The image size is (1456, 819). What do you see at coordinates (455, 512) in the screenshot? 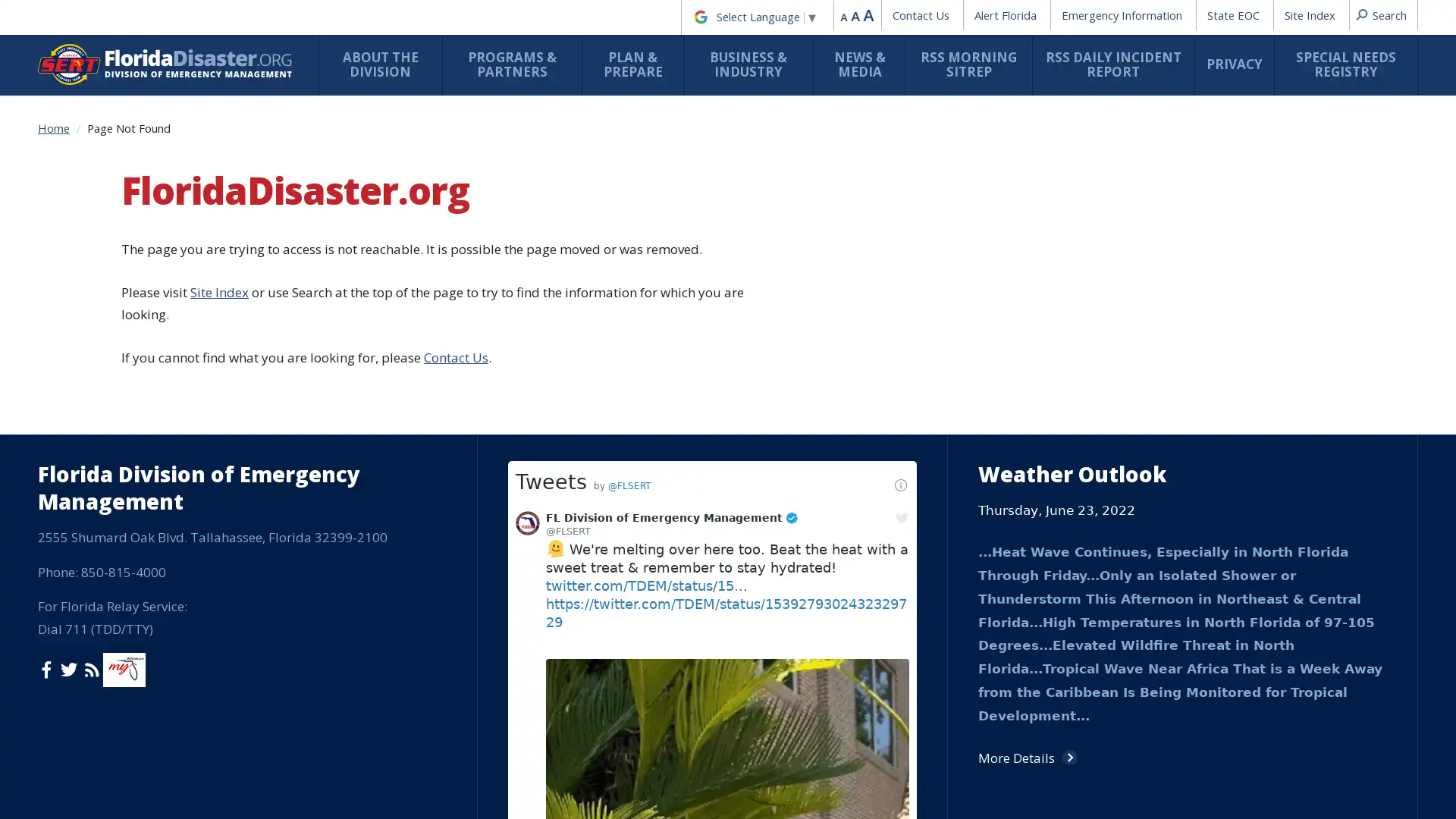
I see `Toggle More` at bounding box center [455, 512].